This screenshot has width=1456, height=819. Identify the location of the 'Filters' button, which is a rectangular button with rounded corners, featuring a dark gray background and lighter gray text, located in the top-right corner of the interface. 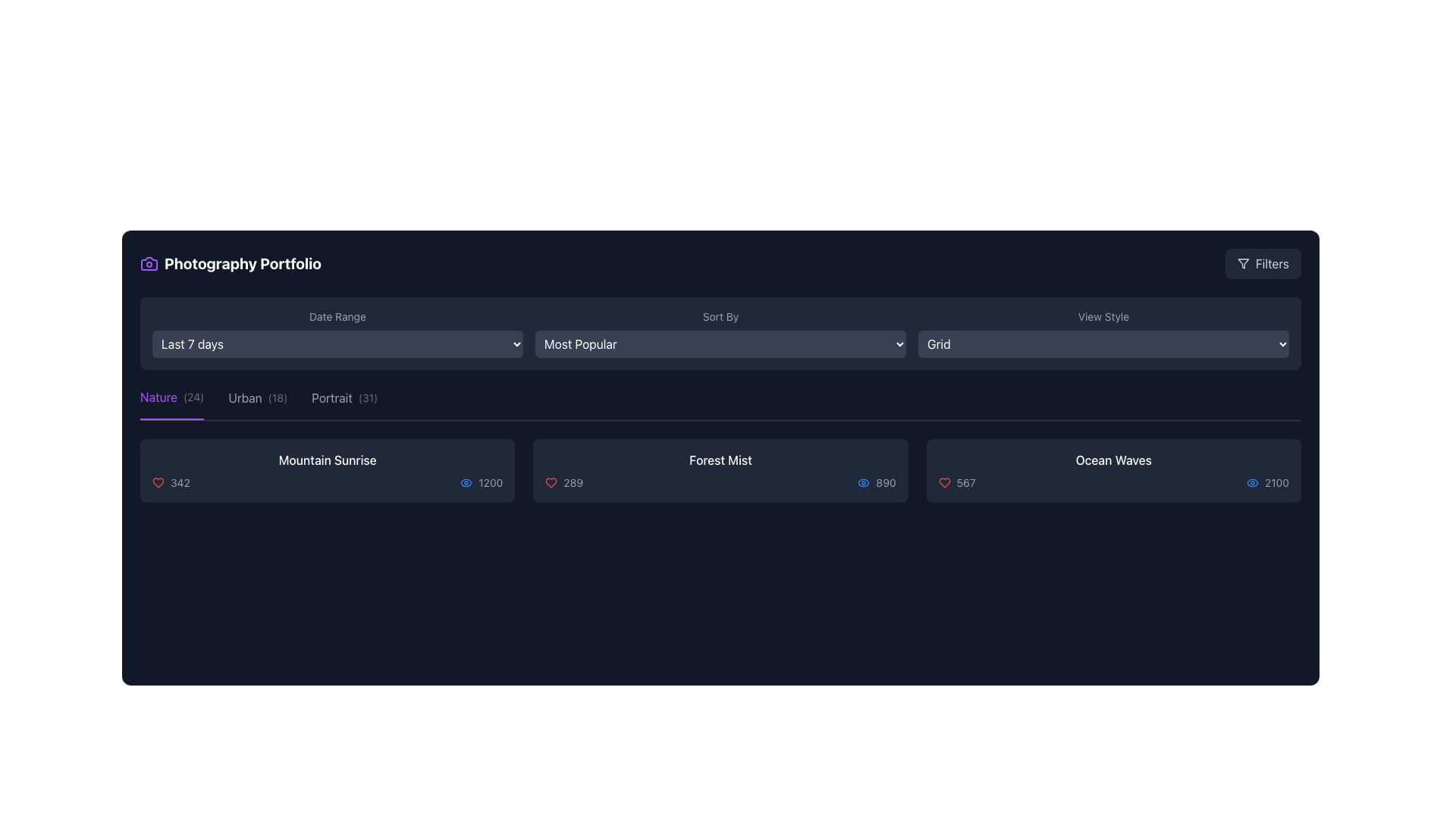
(1263, 262).